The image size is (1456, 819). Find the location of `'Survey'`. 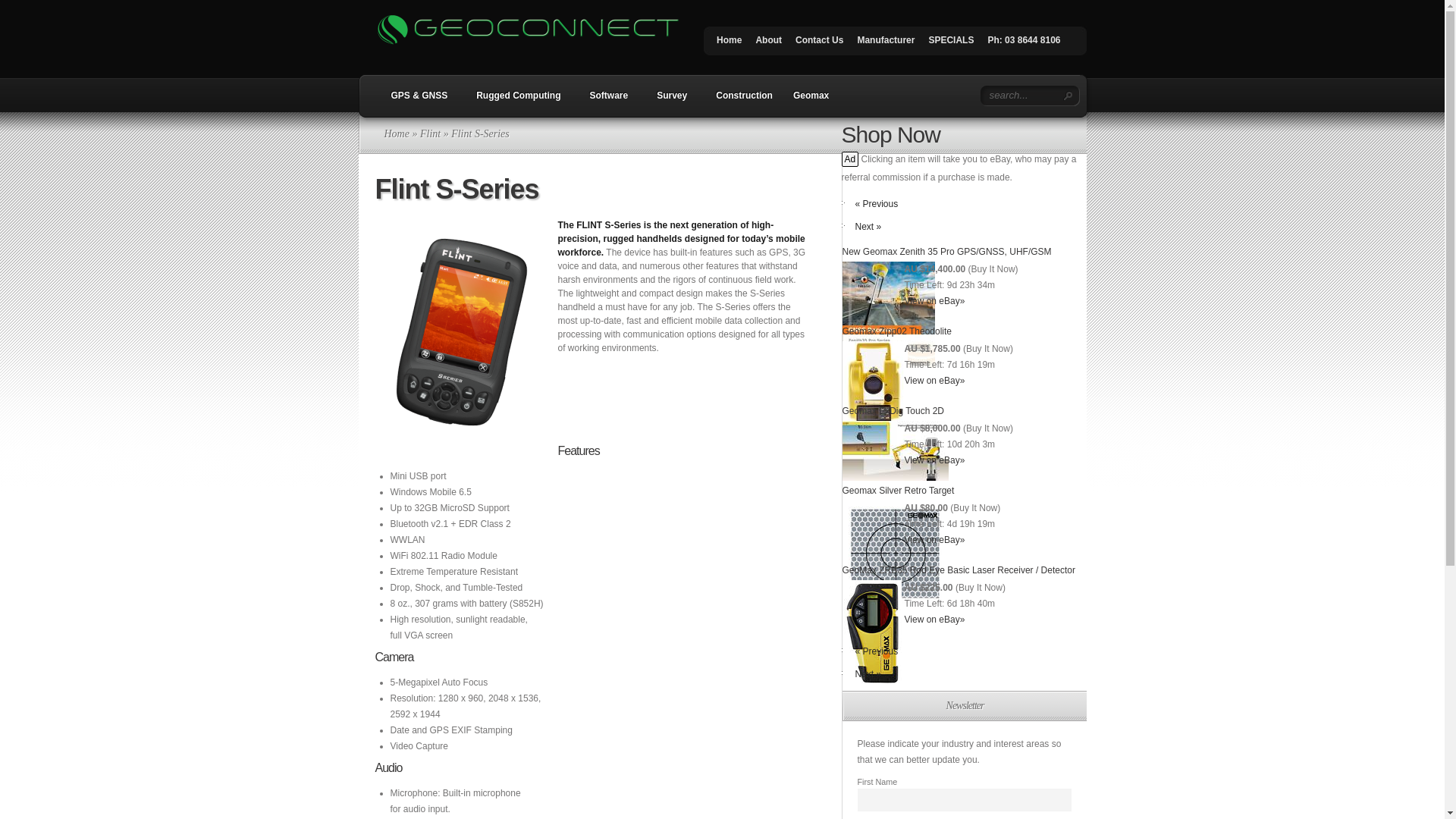

'Survey' is located at coordinates (667, 100).